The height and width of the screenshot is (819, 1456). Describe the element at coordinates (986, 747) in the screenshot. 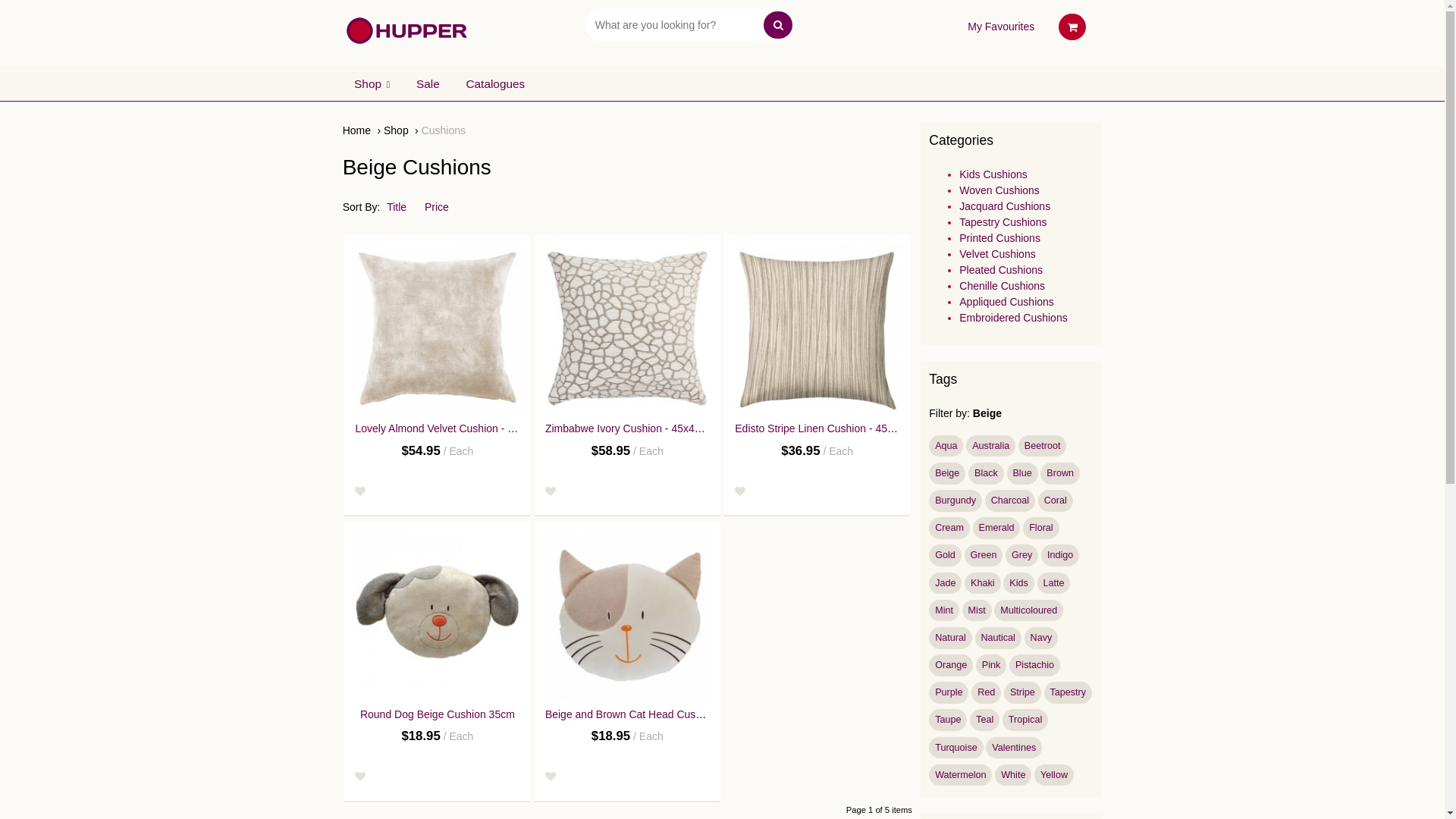

I see `'Valentines'` at that location.